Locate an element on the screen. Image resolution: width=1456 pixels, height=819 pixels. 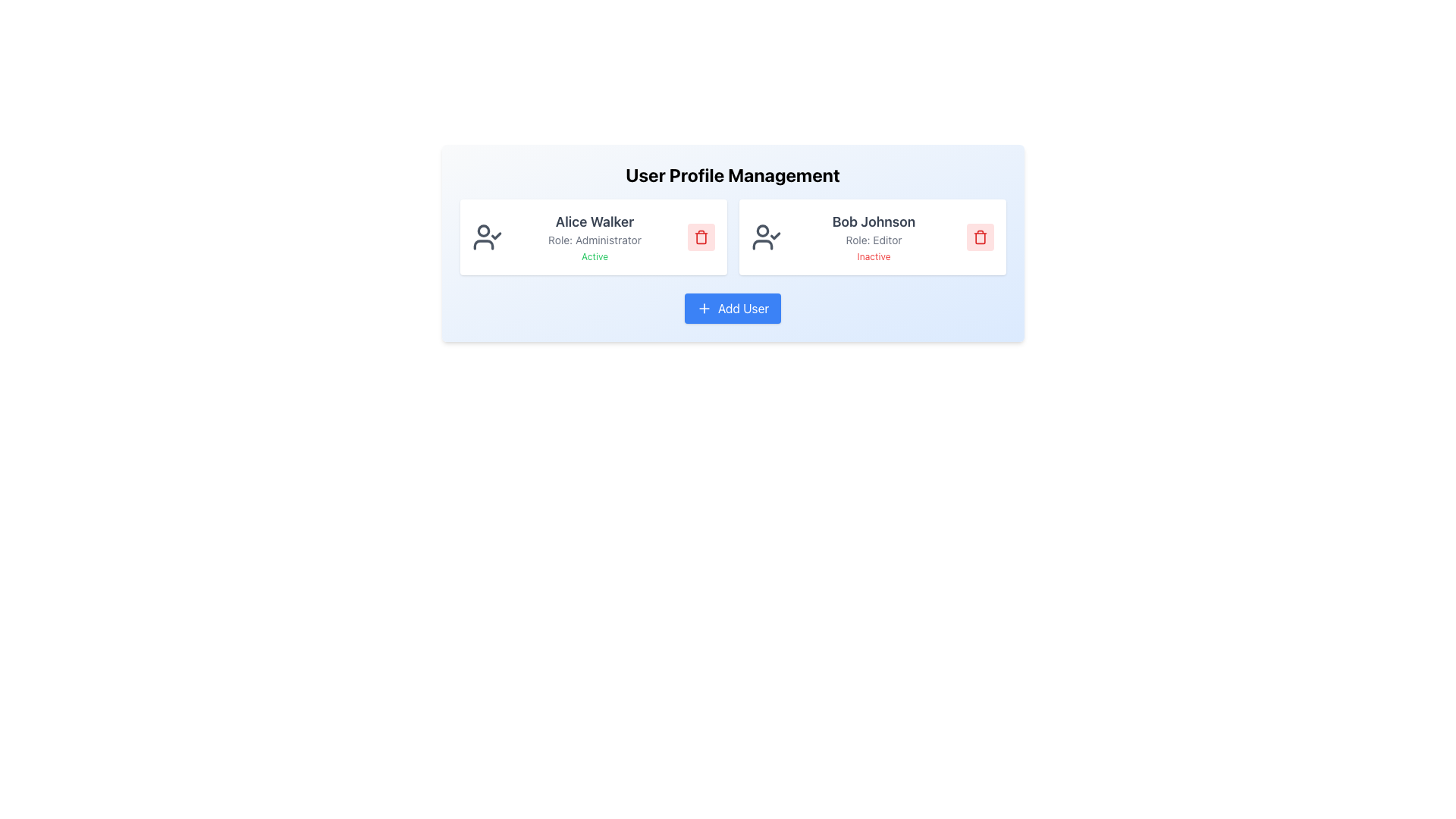
the user icon SVG graphic element located at the top left of the 'Alice Walker' user card, which features a silhouette of a person with a checkmark is located at coordinates (487, 237).